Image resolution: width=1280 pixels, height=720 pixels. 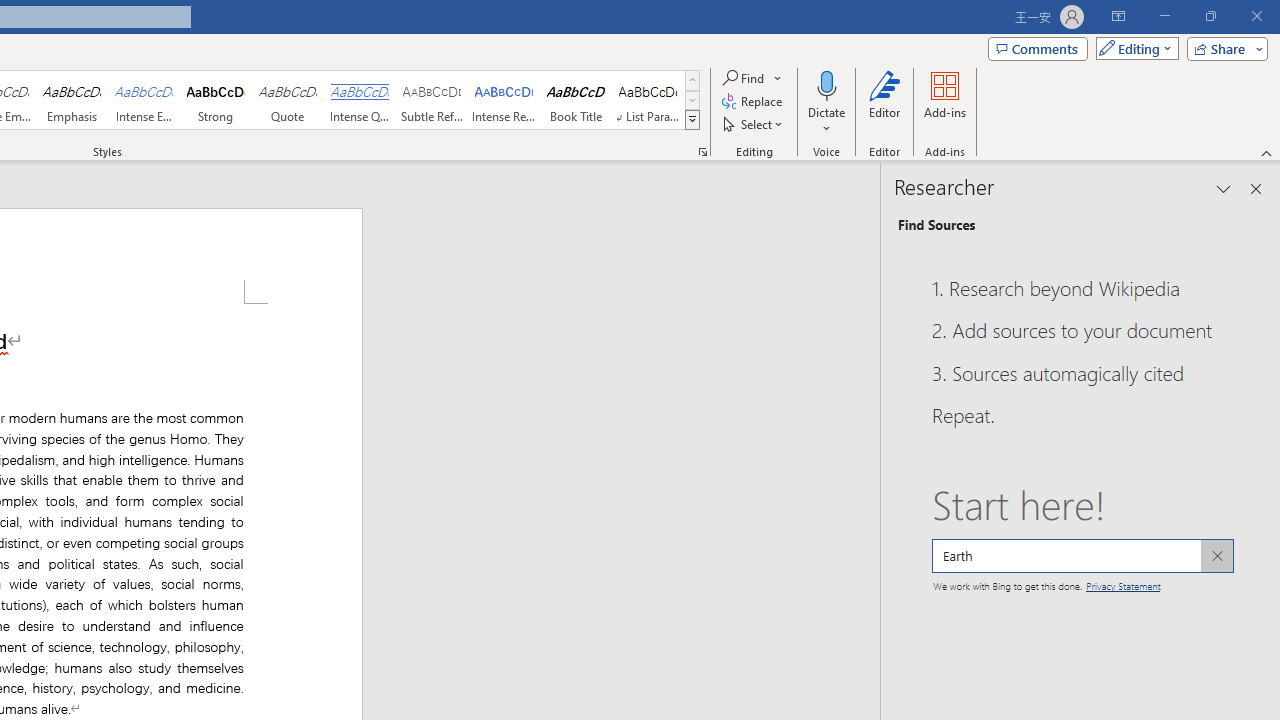 I want to click on 'Intense Reference', so click(x=504, y=100).